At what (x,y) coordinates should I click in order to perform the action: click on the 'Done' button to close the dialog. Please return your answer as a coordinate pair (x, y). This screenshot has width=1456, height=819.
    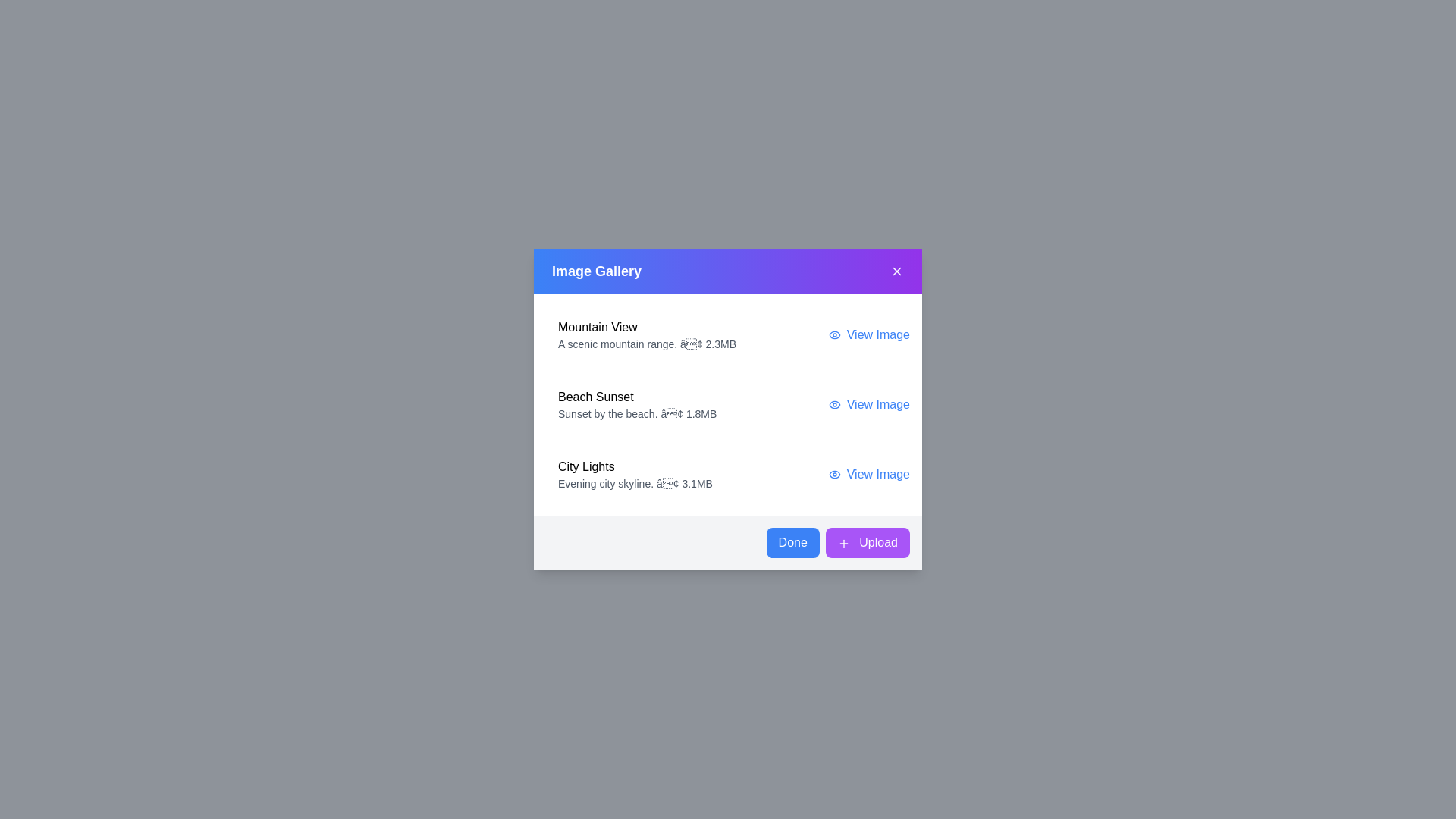
    Looking at the image, I should click on (792, 542).